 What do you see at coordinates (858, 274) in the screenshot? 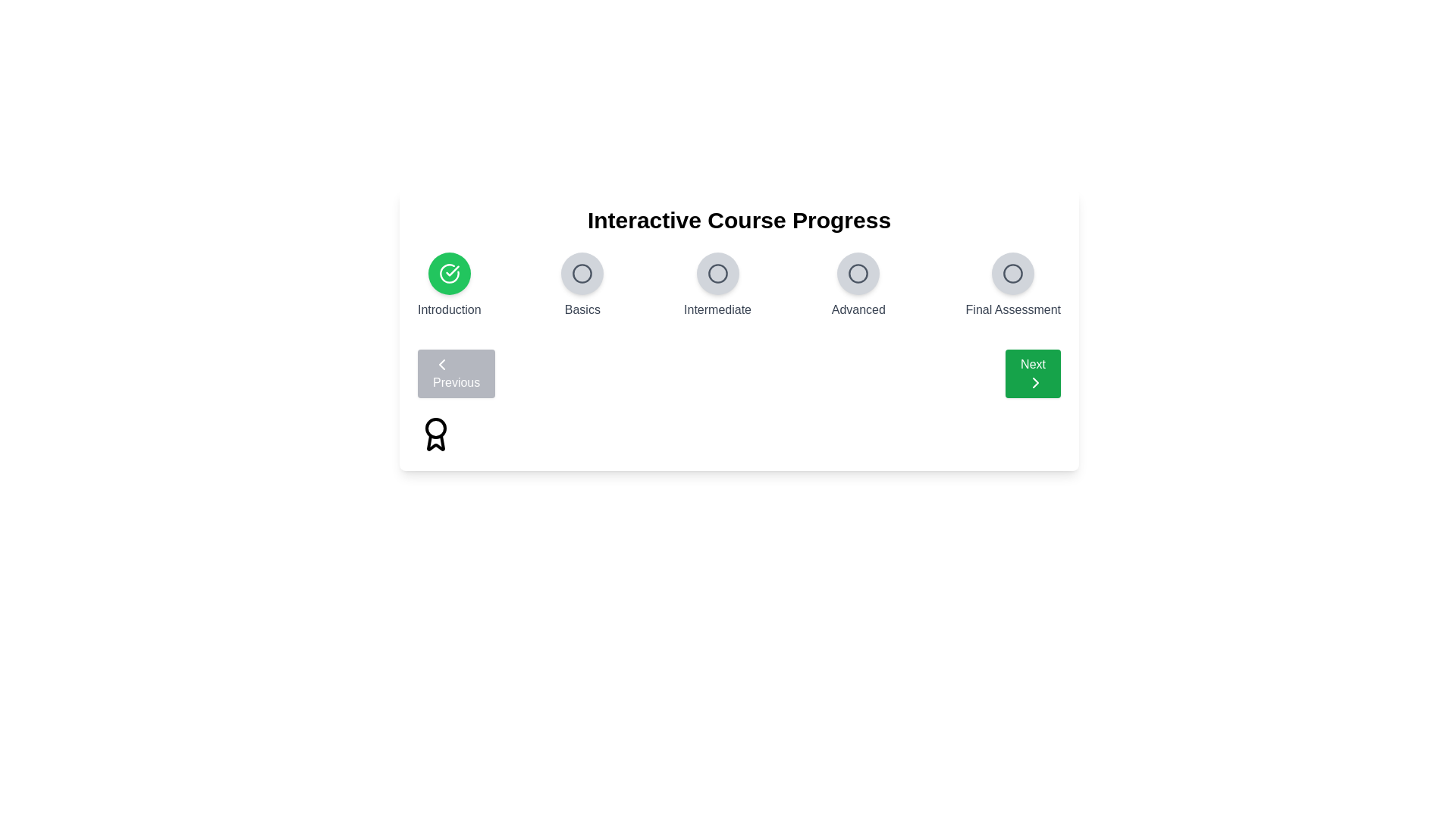
I see `the third circular button under the label 'Advanced', which indicates a progress step in an interactive course` at bounding box center [858, 274].